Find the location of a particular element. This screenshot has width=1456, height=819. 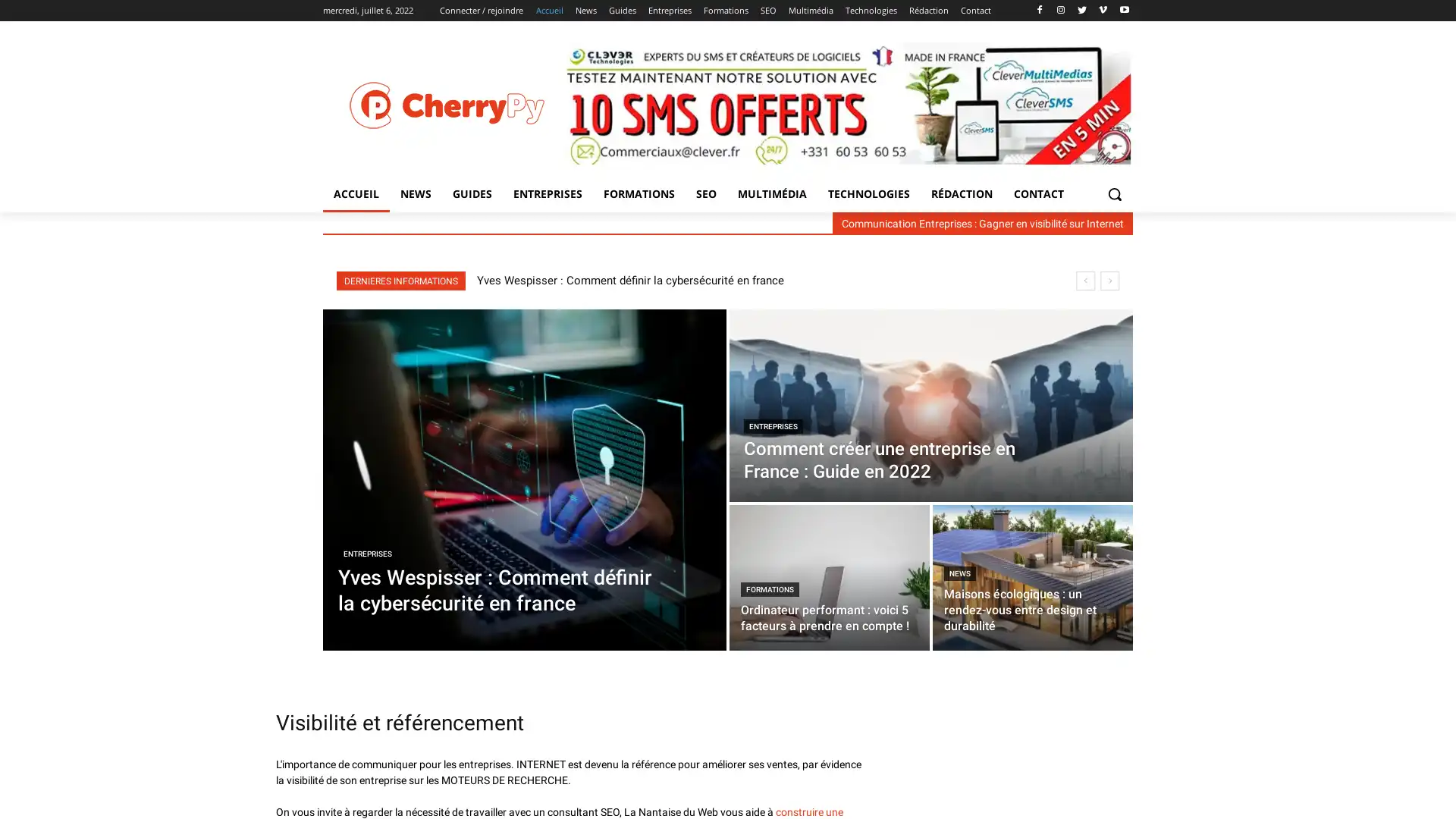

Search is located at coordinates (1114, 193).